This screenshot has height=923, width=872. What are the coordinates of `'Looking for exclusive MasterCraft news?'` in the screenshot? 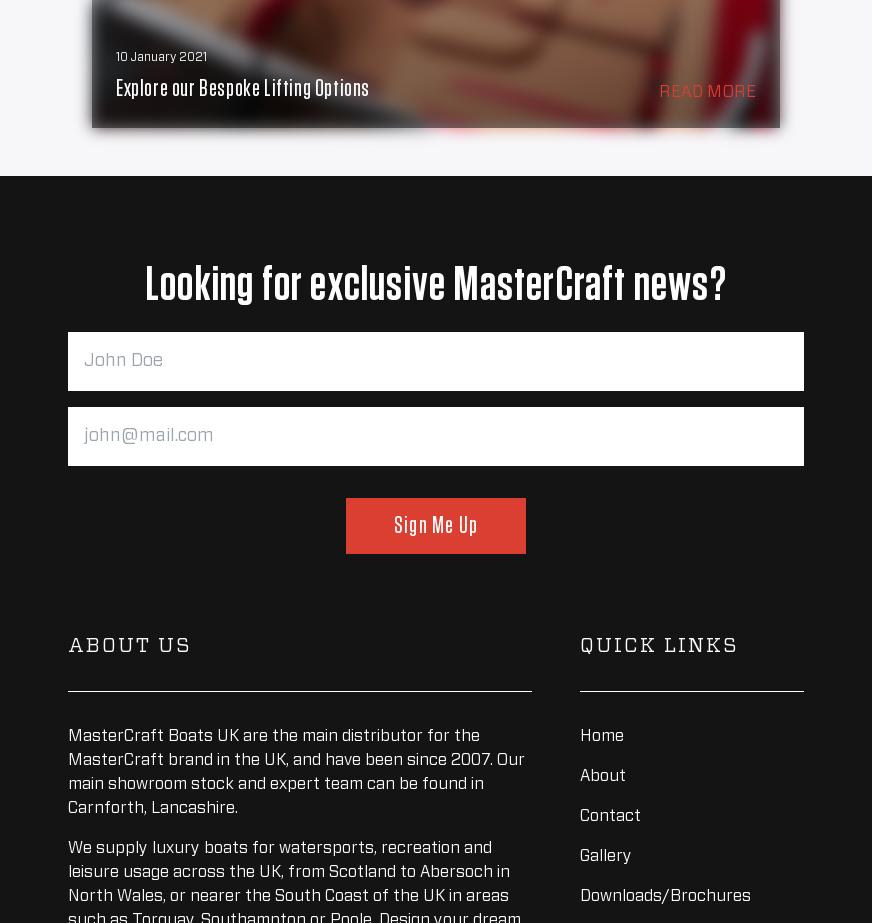 It's located at (435, 286).